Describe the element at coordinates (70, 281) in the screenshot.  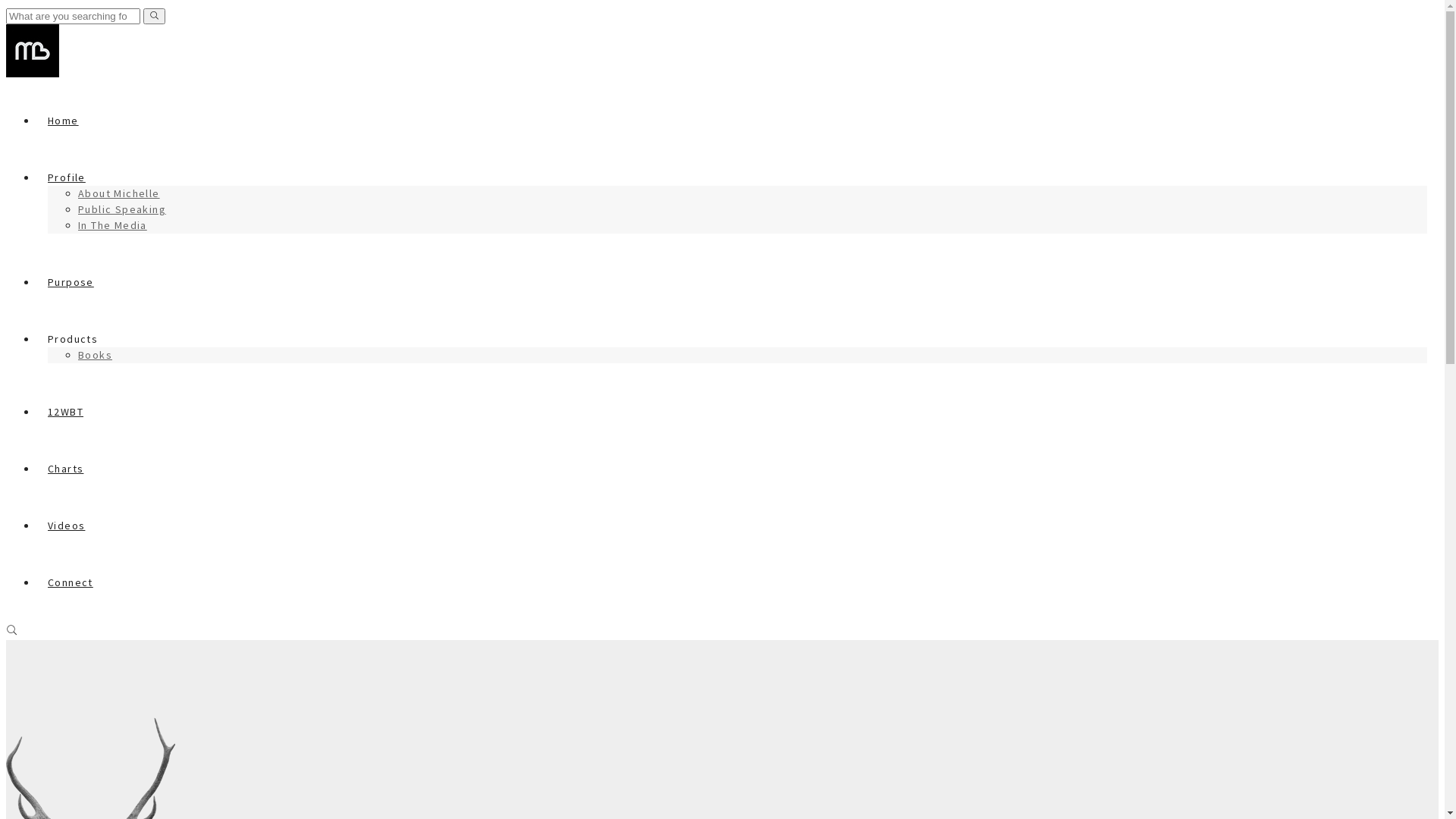
I see `'Purpose'` at that location.